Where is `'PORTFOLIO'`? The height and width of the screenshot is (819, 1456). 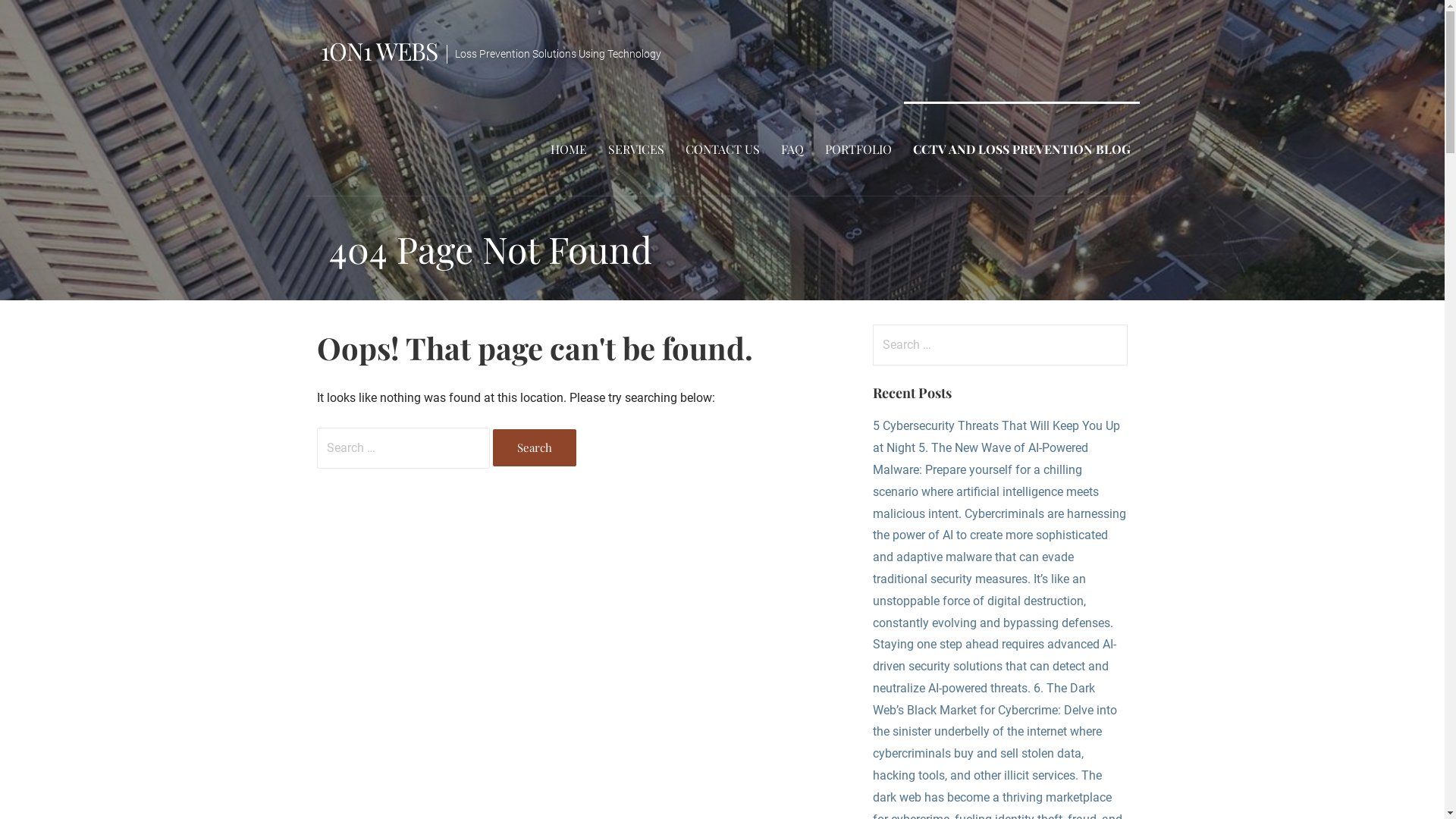 'PORTFOLIO' is located at coordinates (858, 149).